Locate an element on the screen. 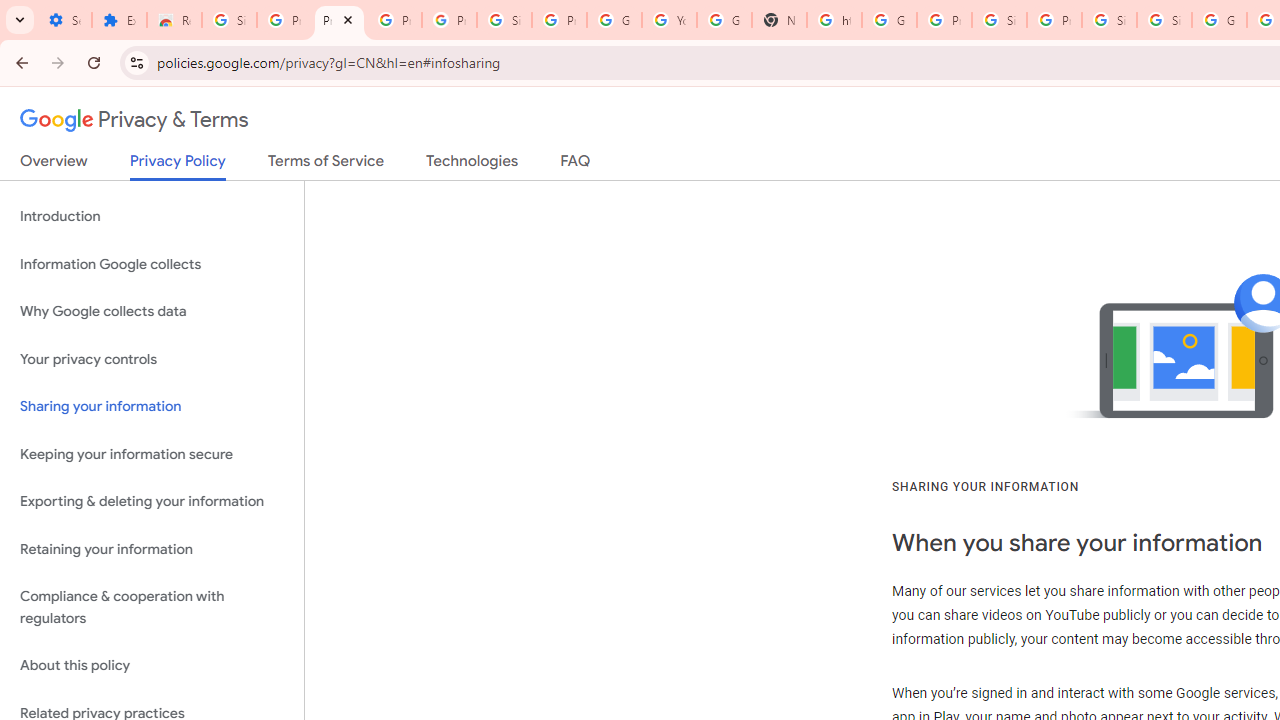 This screenshot has width=1280, height=720. 'Settings - On startup' is located at coordinates (64, 20).